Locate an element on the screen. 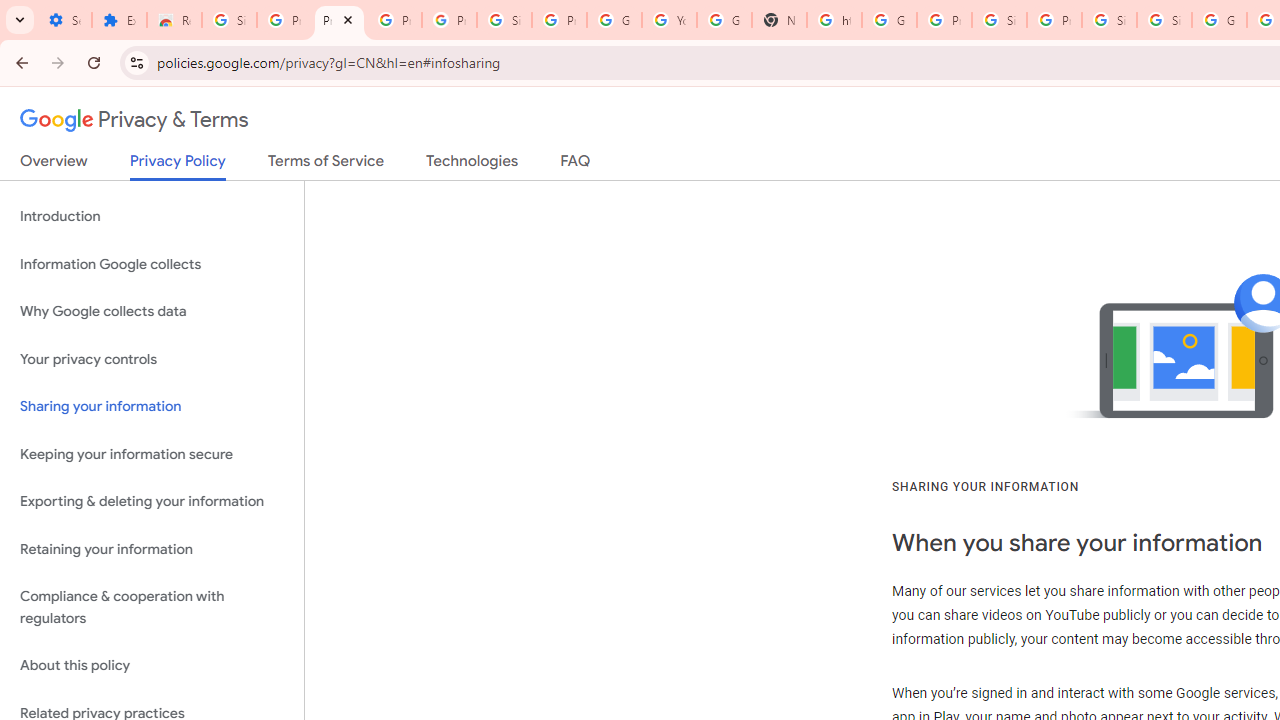 This screenshot has width=1280, height=720. 'Settings - On startup' is located at coordinates (64, 20).